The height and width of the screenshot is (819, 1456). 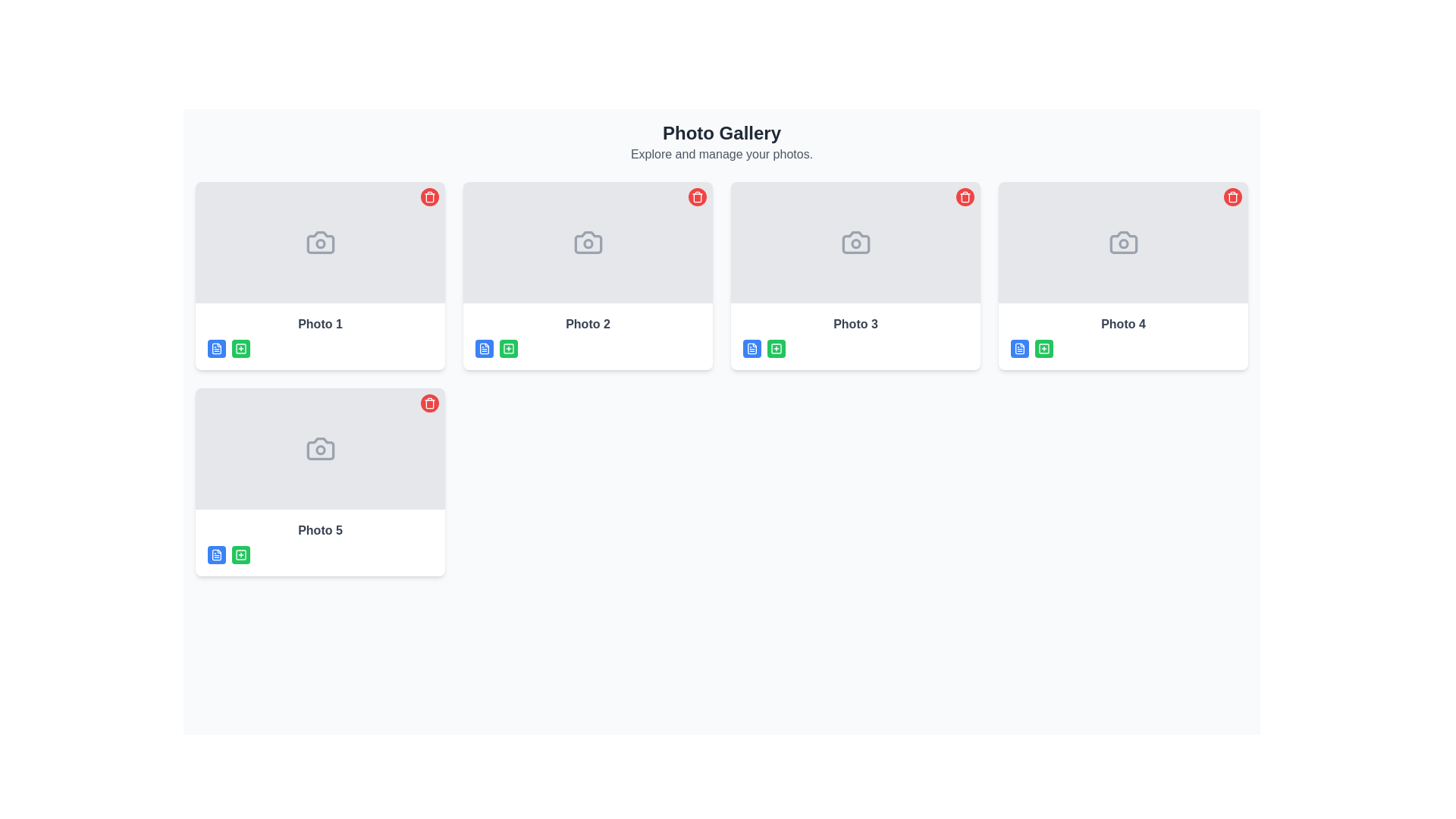 I want to click on the action button located below the thumbnail image labeled 'Photo 1' in the gallery layout, so click(x=240, y=348).